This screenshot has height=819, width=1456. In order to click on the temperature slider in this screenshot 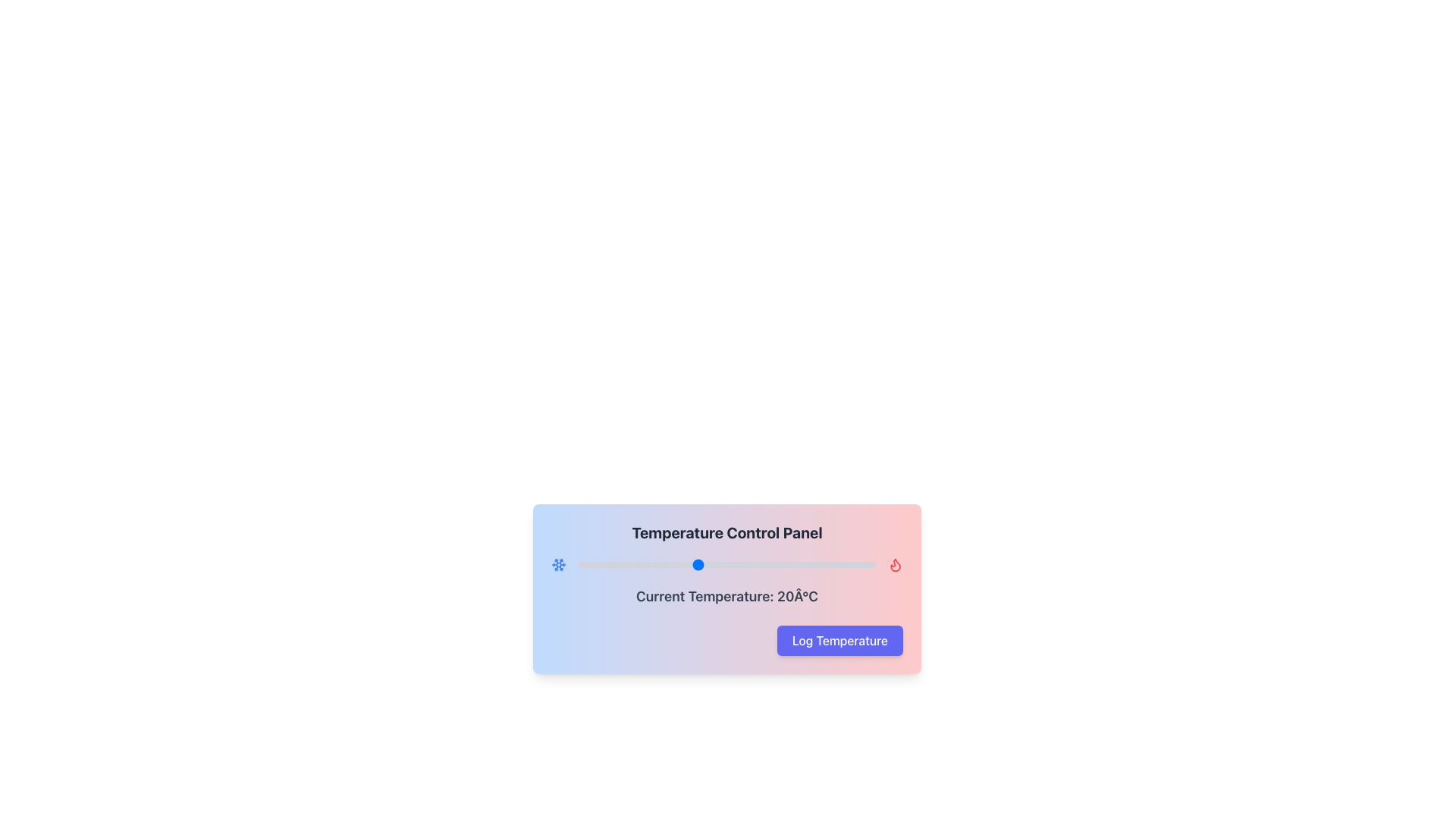, I will do `click(613, 564)`.